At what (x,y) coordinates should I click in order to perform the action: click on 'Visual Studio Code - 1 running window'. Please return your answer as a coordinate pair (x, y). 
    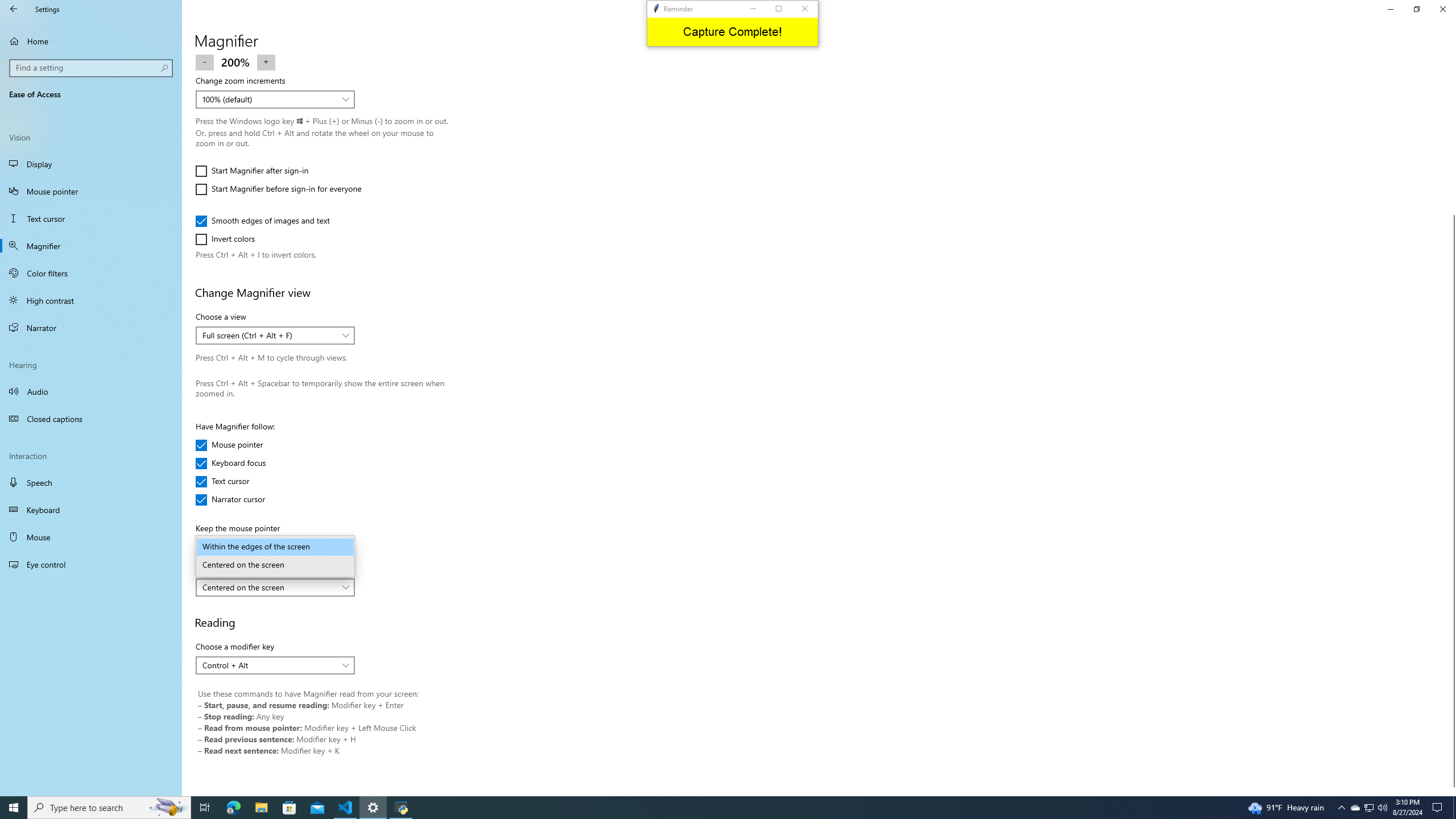
    Looking at the image, I should click on (345, 806).